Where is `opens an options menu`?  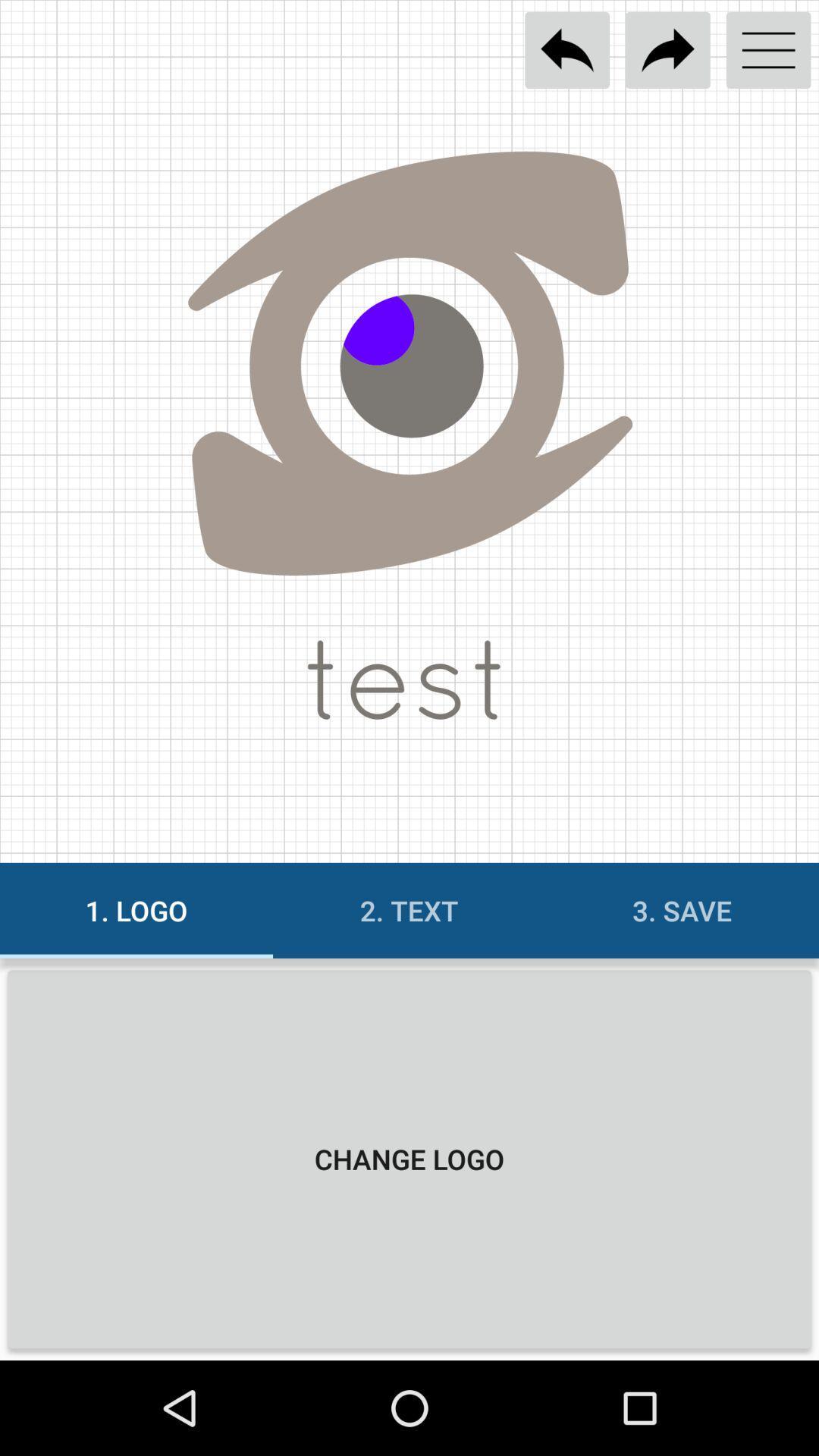 opens an options menu is located at coordinates (768, 50).